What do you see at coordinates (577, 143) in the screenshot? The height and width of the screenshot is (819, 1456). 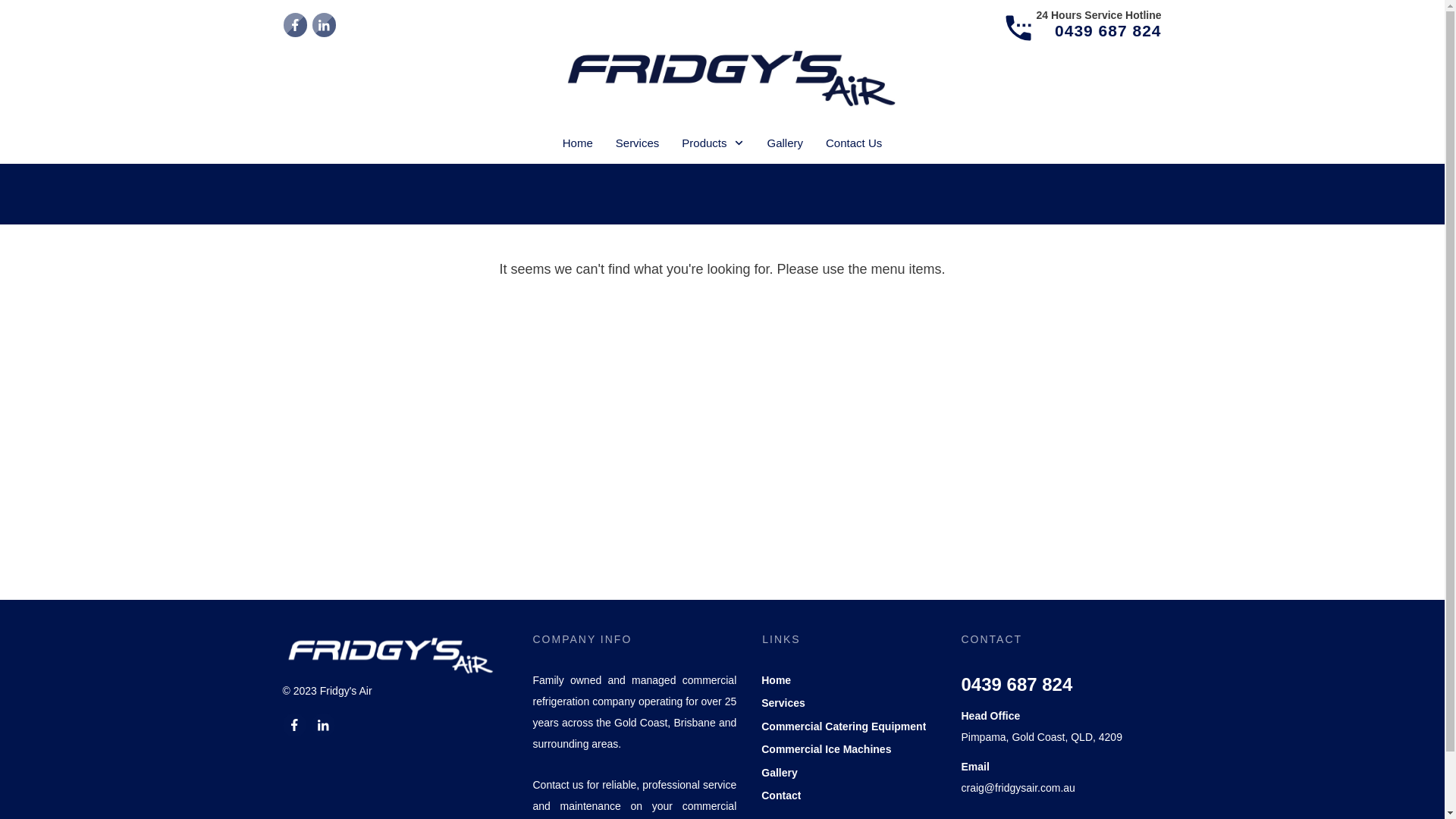 I see `'Home'` at bounding box center [577, 143].